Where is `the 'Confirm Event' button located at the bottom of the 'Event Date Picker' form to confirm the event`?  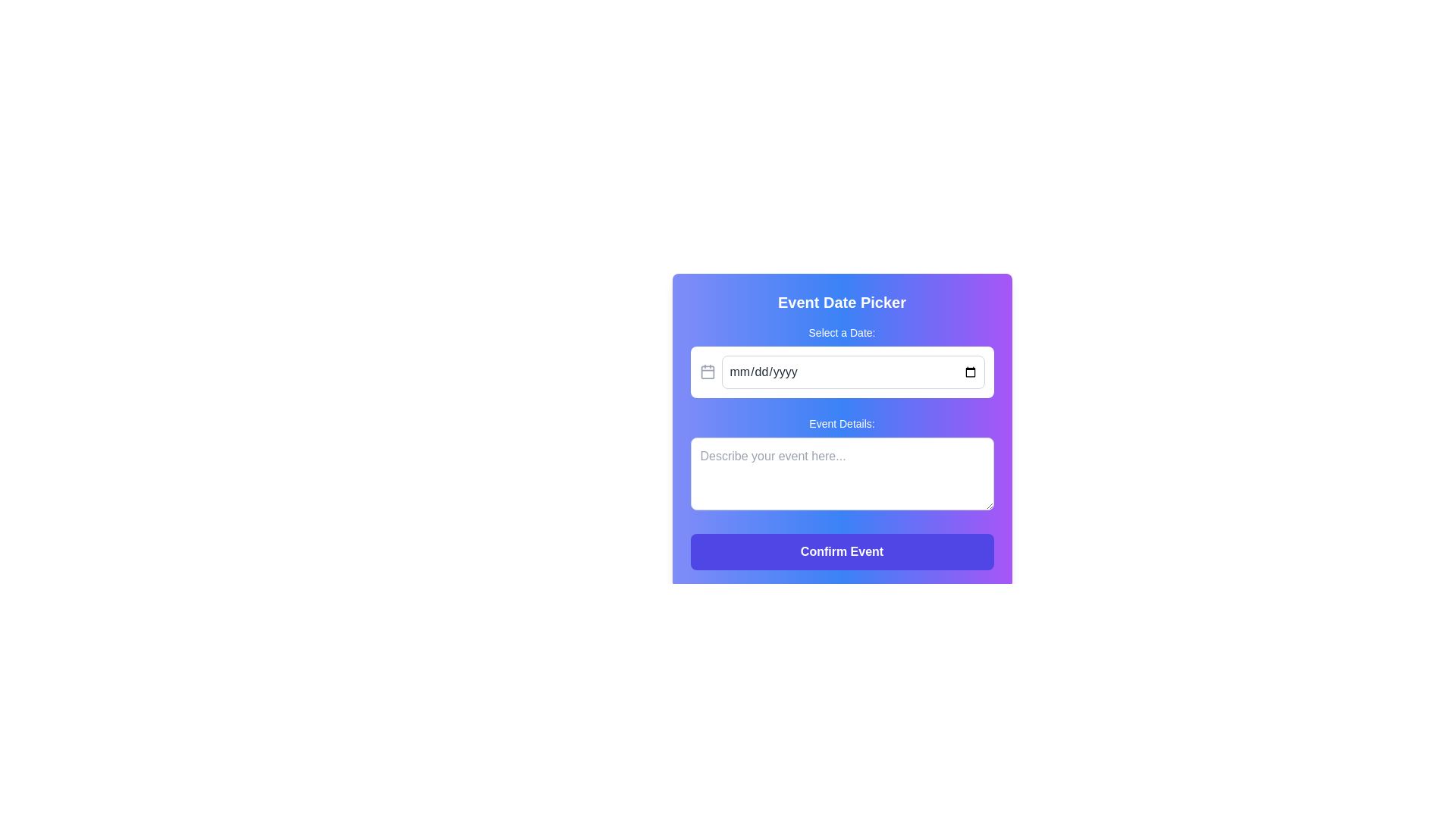 the 'Confirm Event' button located at the bottom of the 'Event Date Picker' form to confirm the event is located at coordinates (841, 552).